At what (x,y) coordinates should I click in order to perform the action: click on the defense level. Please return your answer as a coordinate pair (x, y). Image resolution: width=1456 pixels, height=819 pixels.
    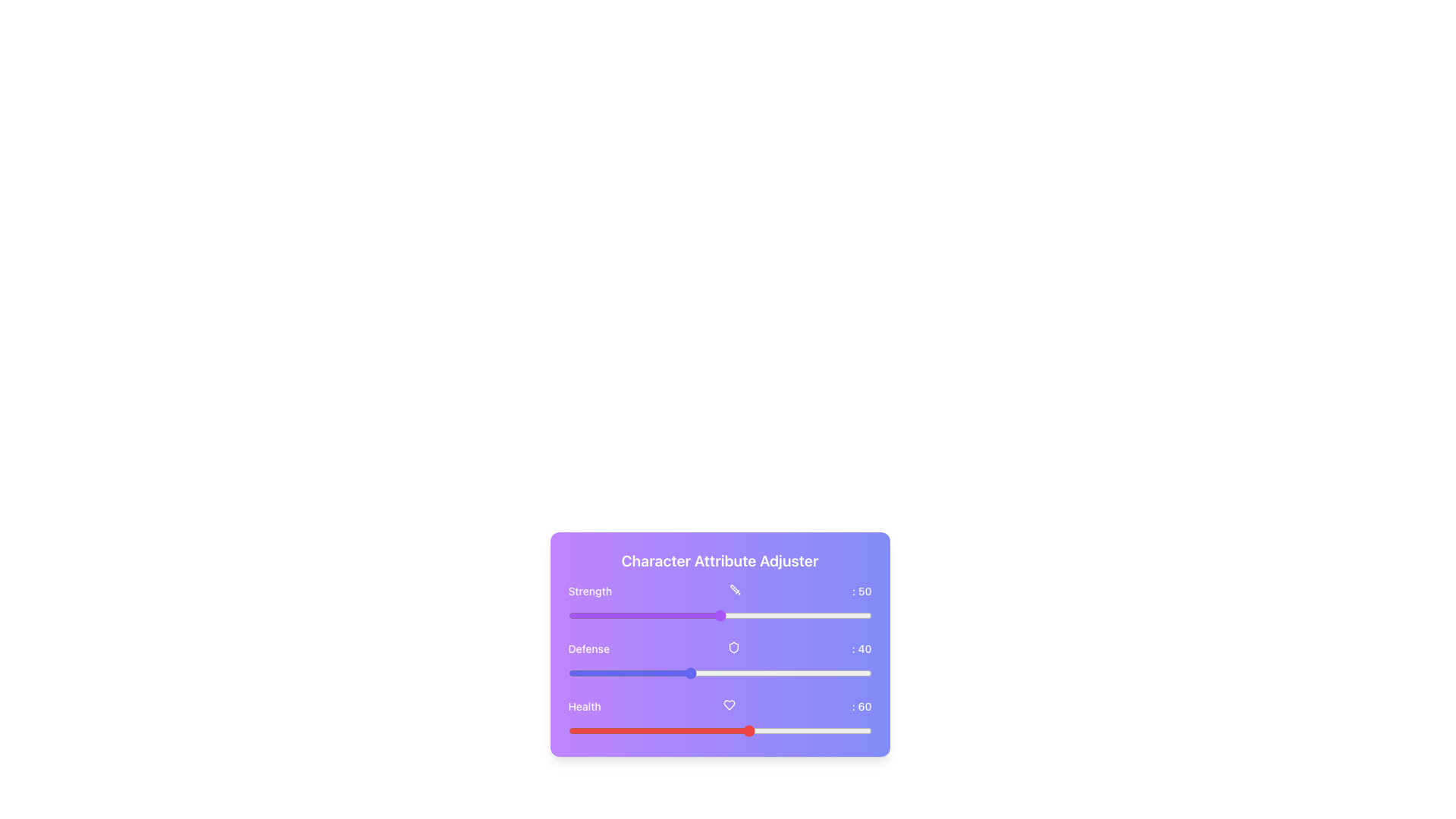
    Looking at the image, I should click on (635, 672).